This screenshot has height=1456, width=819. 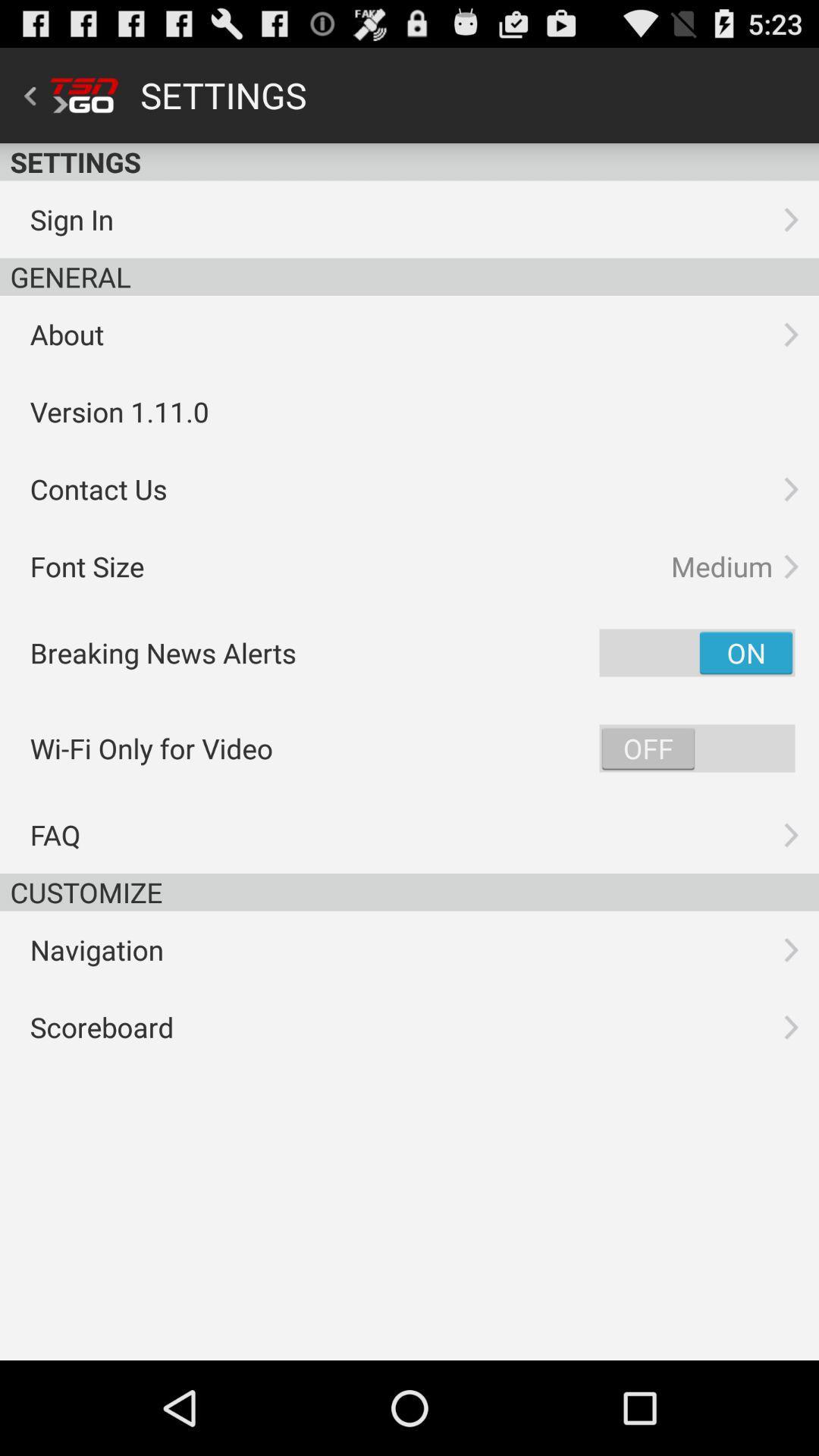 What do you see at coordinates (697, 652) in the screenshot?
I see `alerts on/off button` at bounding box center [697, 652].